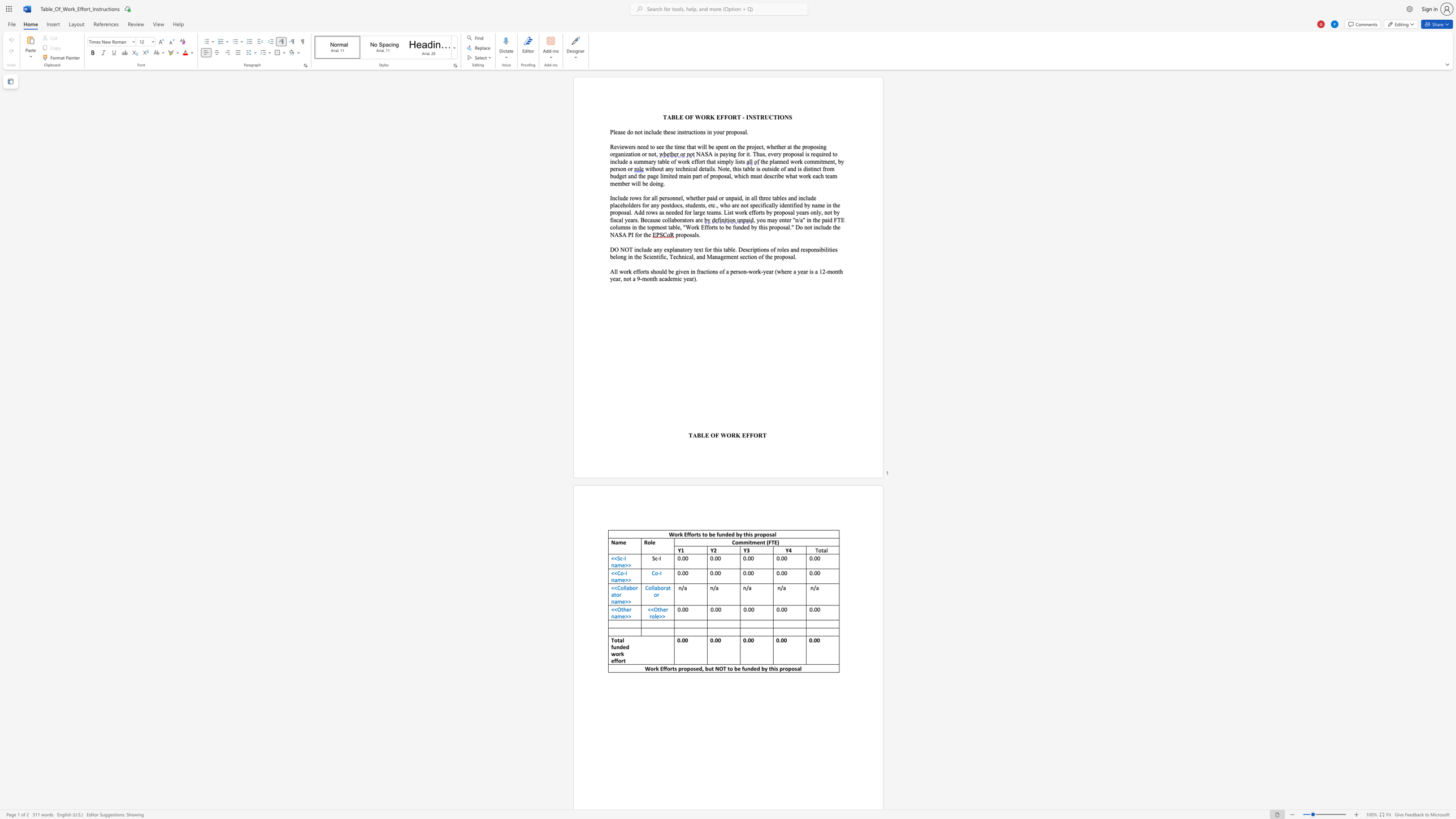 This screenshot has height=819, width=1456. What do you see at coordinates (761, 146) in the screenshot?
I see `the space between the continuous character "c" and "t" in the text` at bounding box center [761, 146].